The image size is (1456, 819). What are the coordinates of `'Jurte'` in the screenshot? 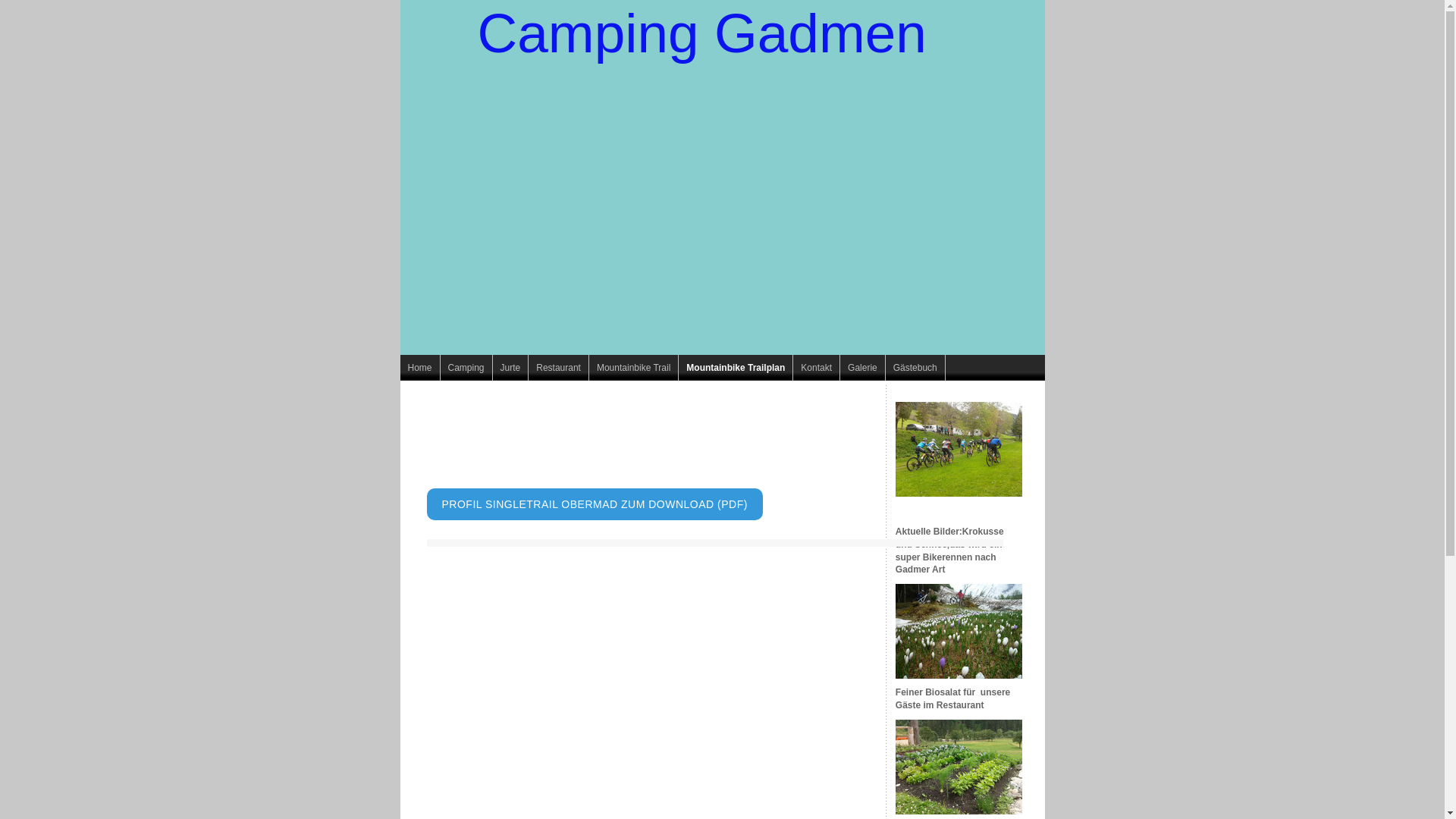 It's located at (510, 368).